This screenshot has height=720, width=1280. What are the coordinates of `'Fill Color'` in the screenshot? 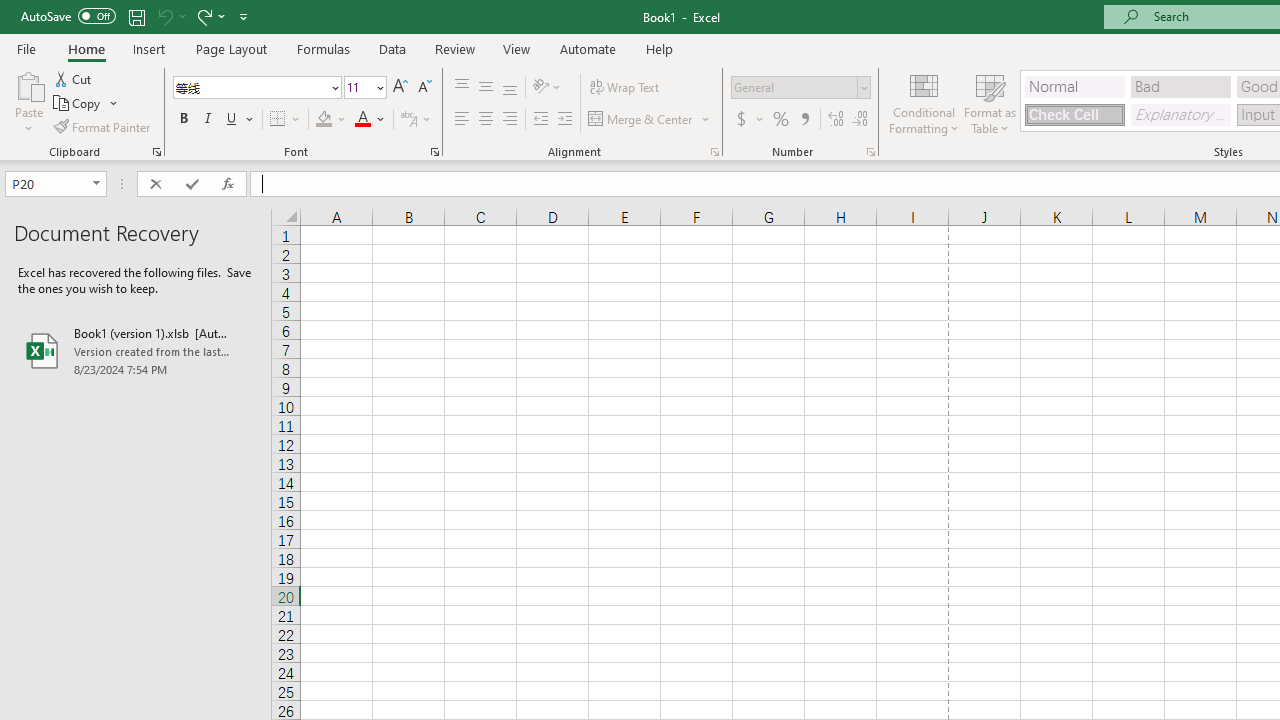 It's located at (331, 119).